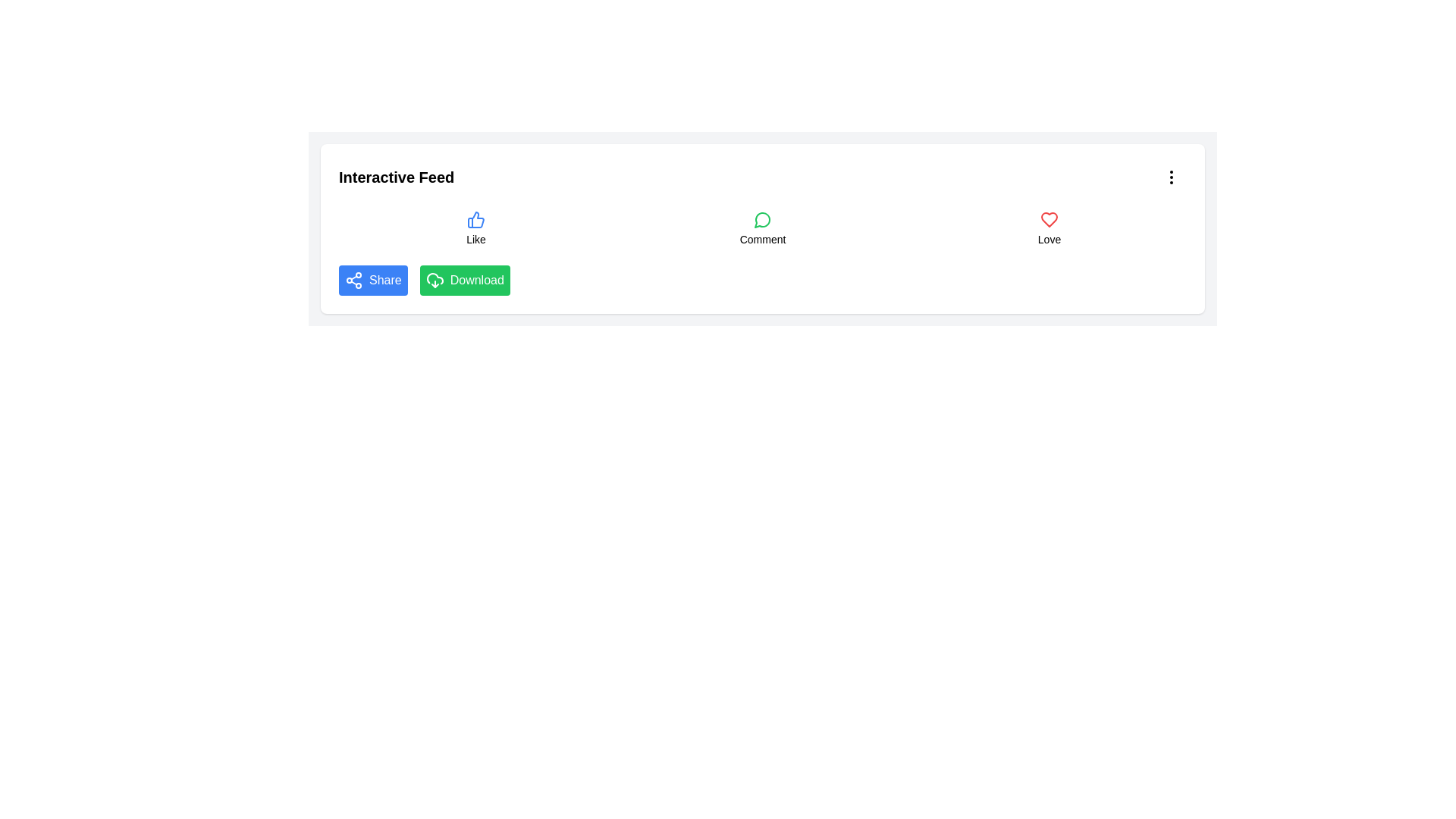 Image resolution: width=1456 pixels, height=819 pixels. I want to click on the 'like' button located in the leftmost column of a three-column layout for keyboard navigation, so click(475, 228).